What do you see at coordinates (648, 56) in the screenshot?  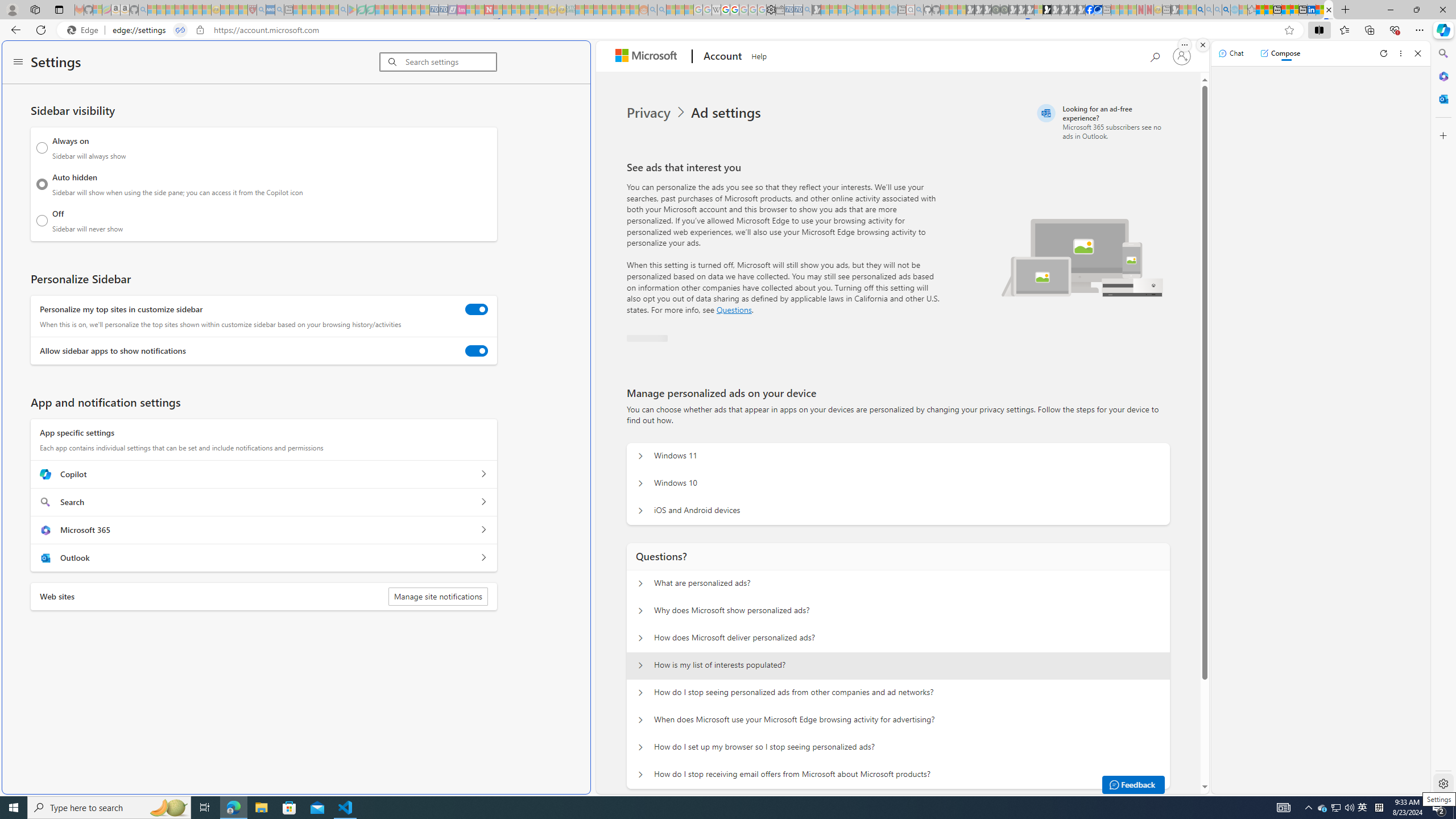 I see `'Microsoft'` at bounding box center [648, 56].